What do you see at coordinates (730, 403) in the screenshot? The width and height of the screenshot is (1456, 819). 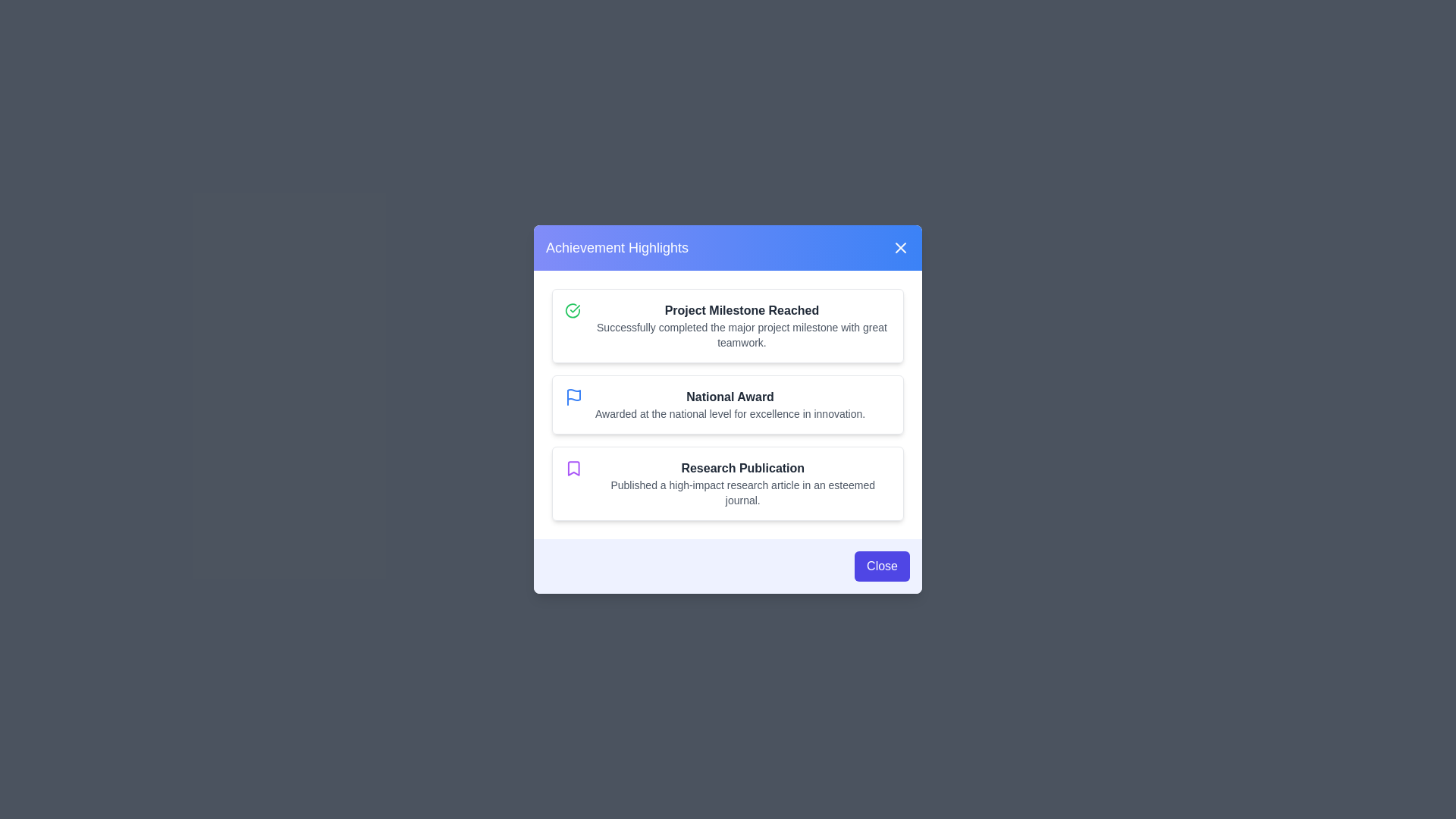 I see `the informative text element displaying the award heading and description, located between 'Project Milestone Reached' and 'Research Publication' in the dialog box` at bounding box center [730, 403].